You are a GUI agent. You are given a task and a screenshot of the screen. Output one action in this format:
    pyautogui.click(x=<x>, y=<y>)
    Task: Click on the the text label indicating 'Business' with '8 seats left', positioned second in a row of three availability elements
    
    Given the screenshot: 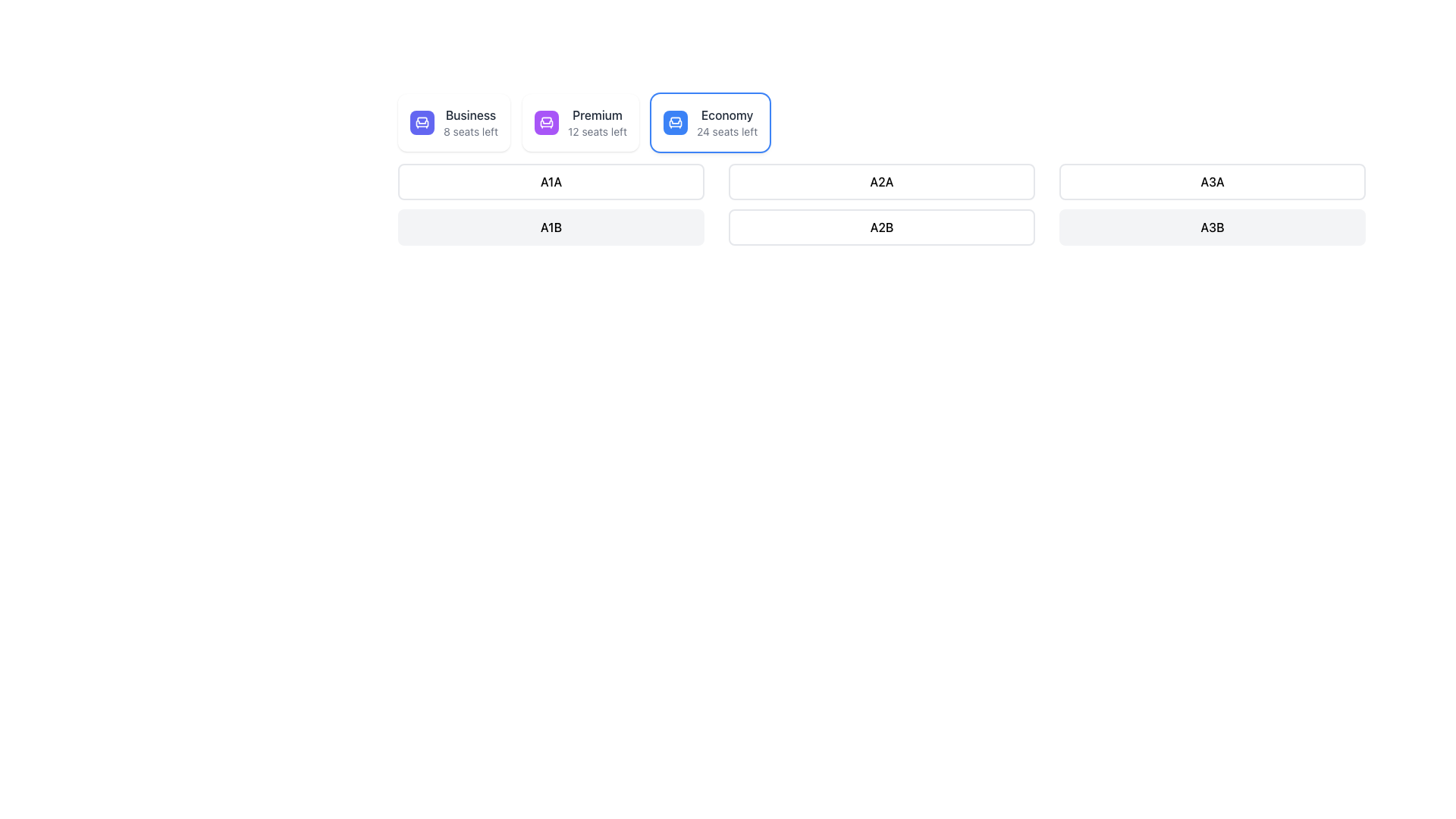 What is the action you would take?
    pyautogui.click(x=469, y=122)
    